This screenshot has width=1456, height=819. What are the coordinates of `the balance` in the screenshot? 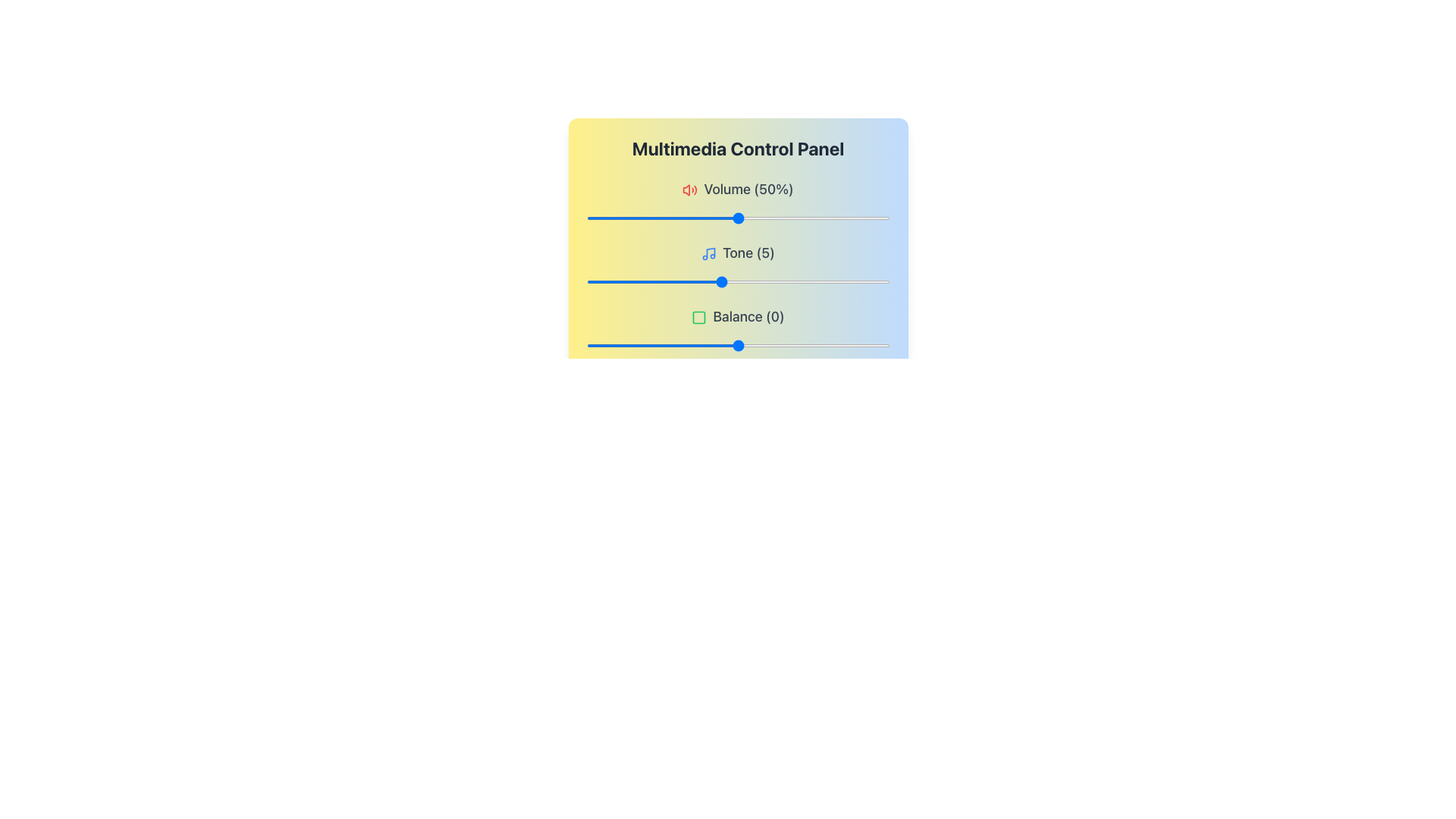 It's located at (698, 345).